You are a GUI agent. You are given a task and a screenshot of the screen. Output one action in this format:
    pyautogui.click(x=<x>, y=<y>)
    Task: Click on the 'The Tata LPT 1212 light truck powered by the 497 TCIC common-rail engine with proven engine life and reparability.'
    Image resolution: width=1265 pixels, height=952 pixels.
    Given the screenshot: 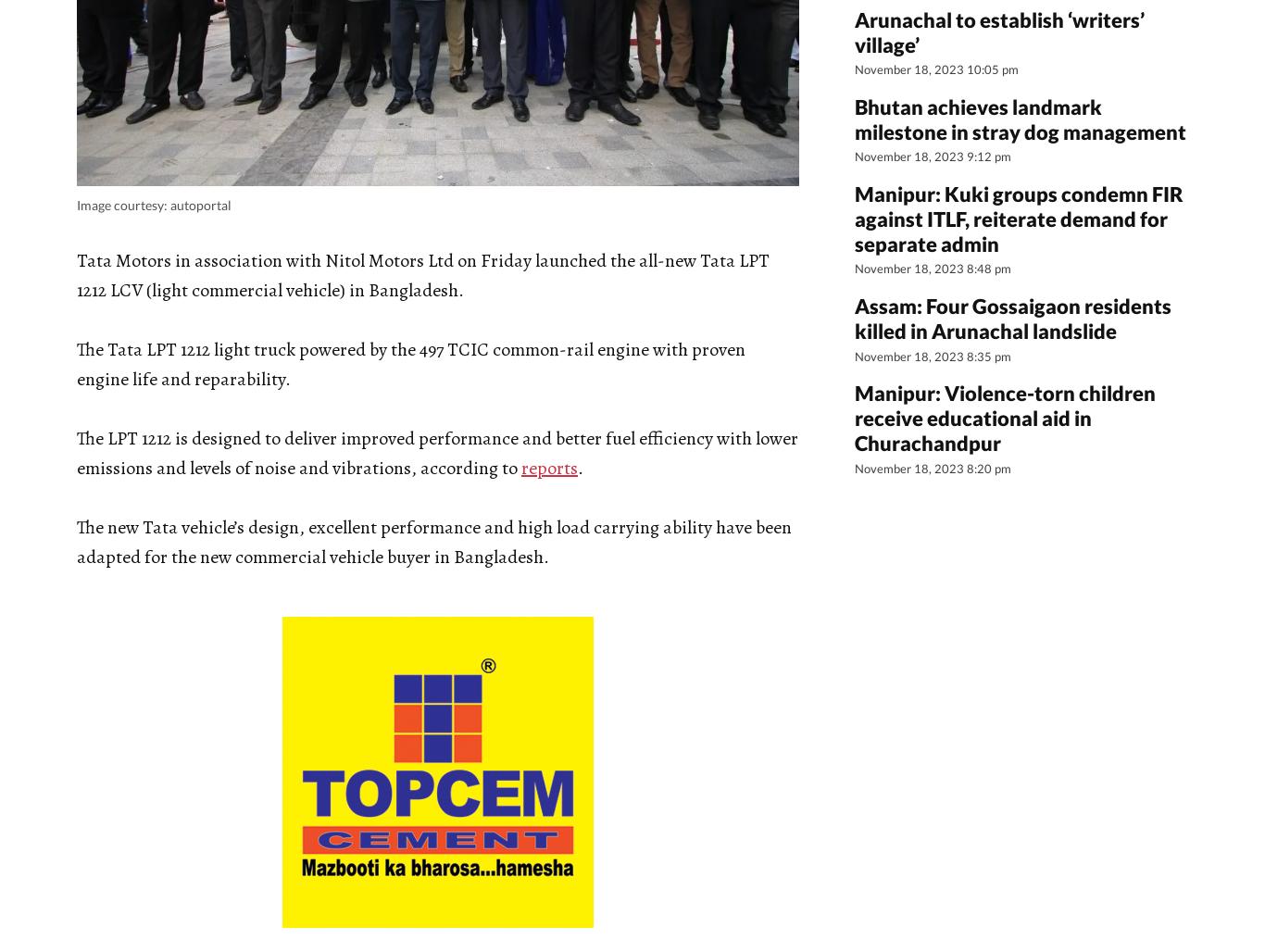 What is the action you would take?
    pyautogui.click(x=409, y=363)
    